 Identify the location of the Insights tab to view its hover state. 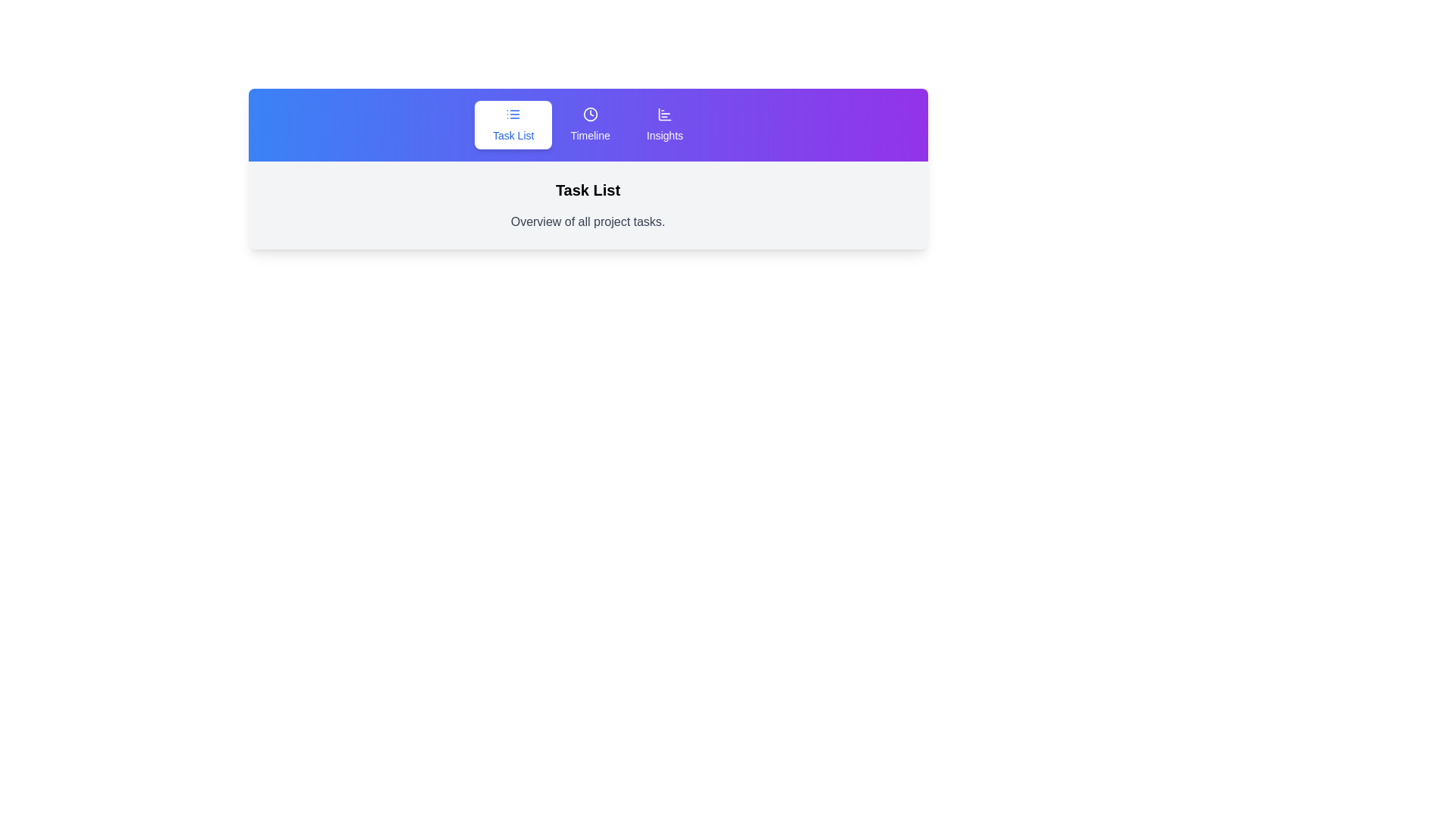
(664, 124).